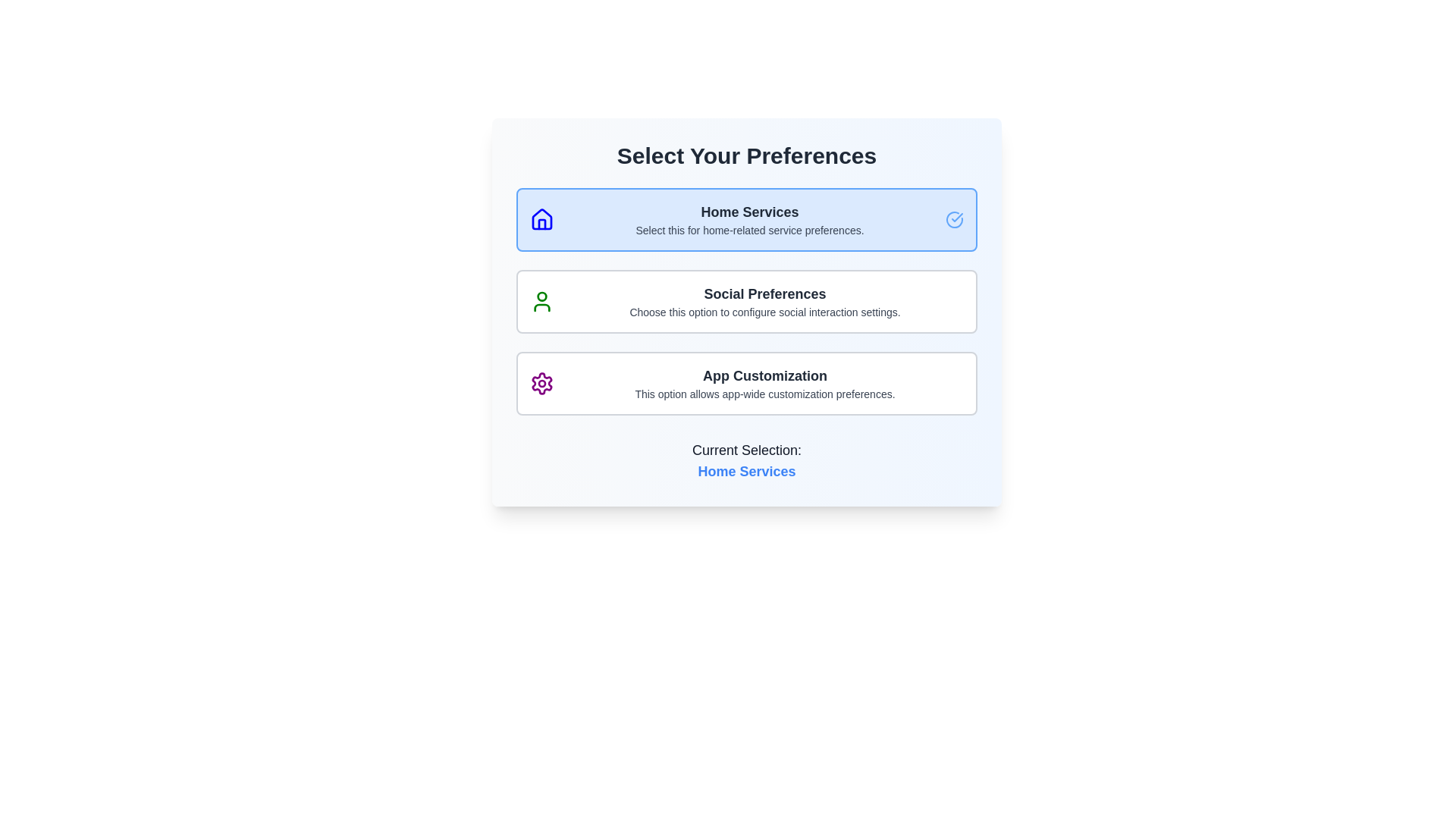 The width and height of the screenshot is (1456, 819). I want to click on the third menu option labeled 'App Customization' below the 'Social Preferences' option, so click(764, 382).